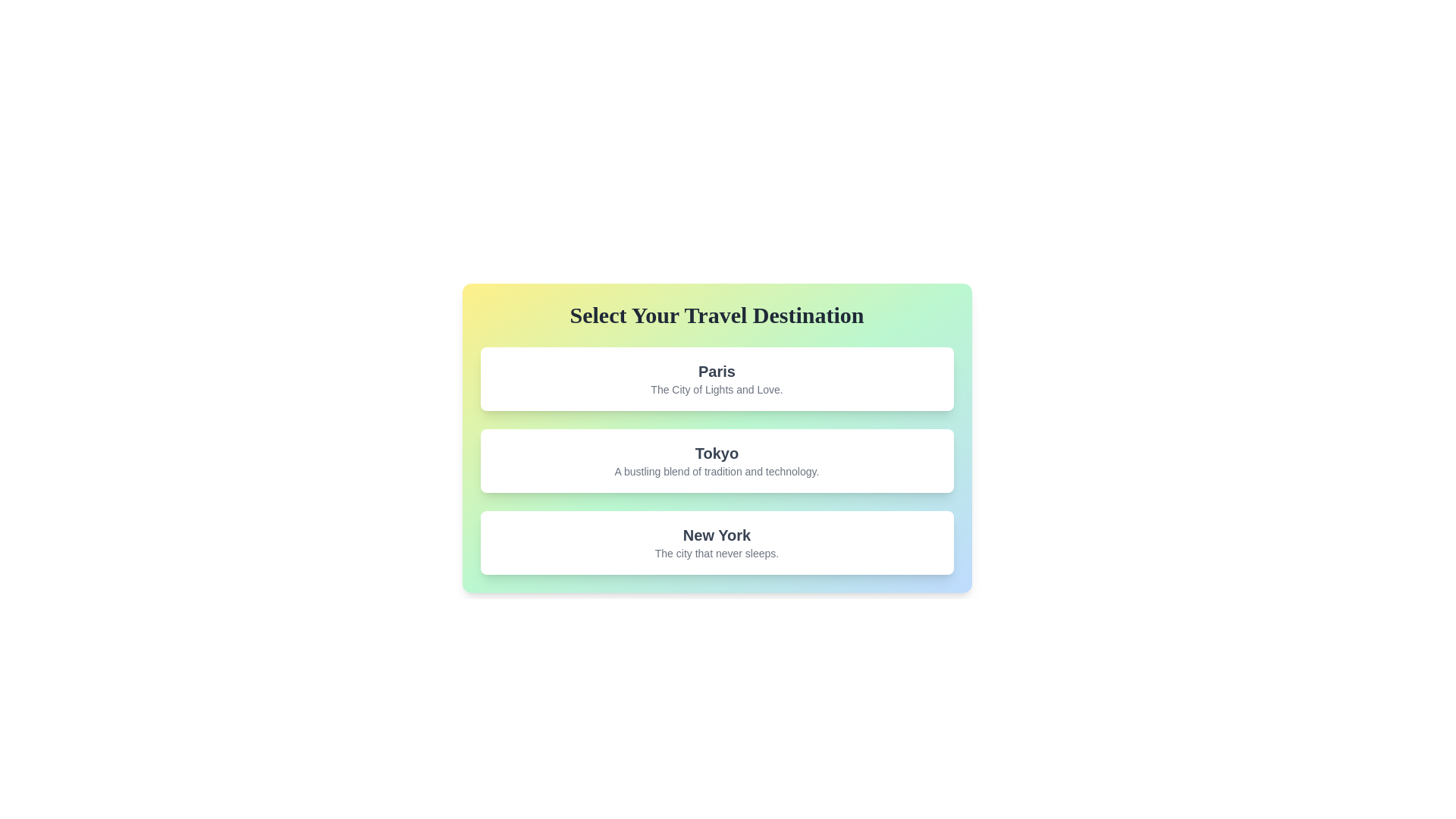 The height and width of the screenshot is (819, 1456). I want to click on text from the static label displaying 'Paris' and its description 'The City of Lights and Love', which is located in the first card under the heading 'Select Your Travel Destination', so click(716, 378).